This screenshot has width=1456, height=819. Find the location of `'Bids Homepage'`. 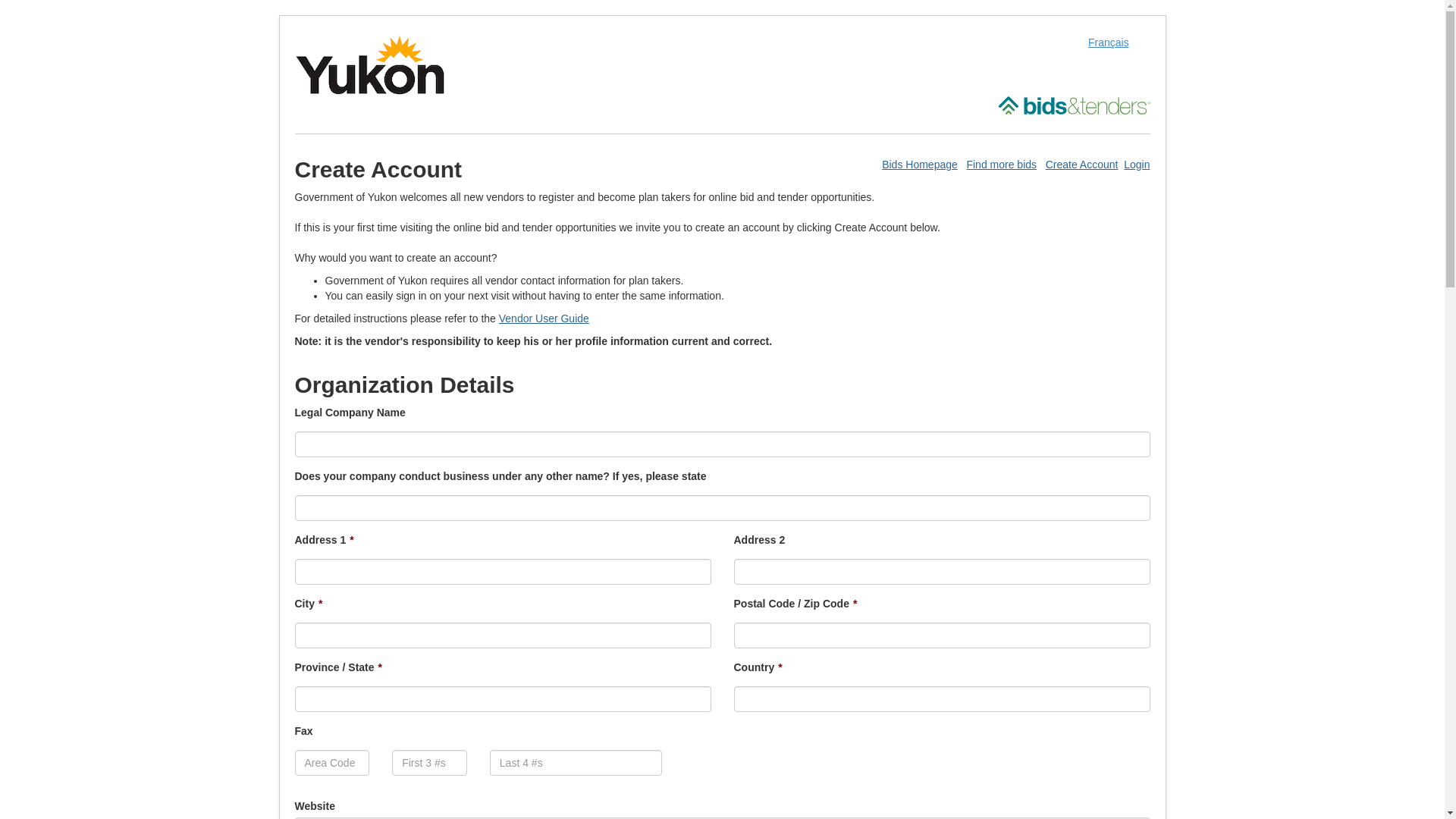

'Bids Homepage' is located at coordinates (919, 164).